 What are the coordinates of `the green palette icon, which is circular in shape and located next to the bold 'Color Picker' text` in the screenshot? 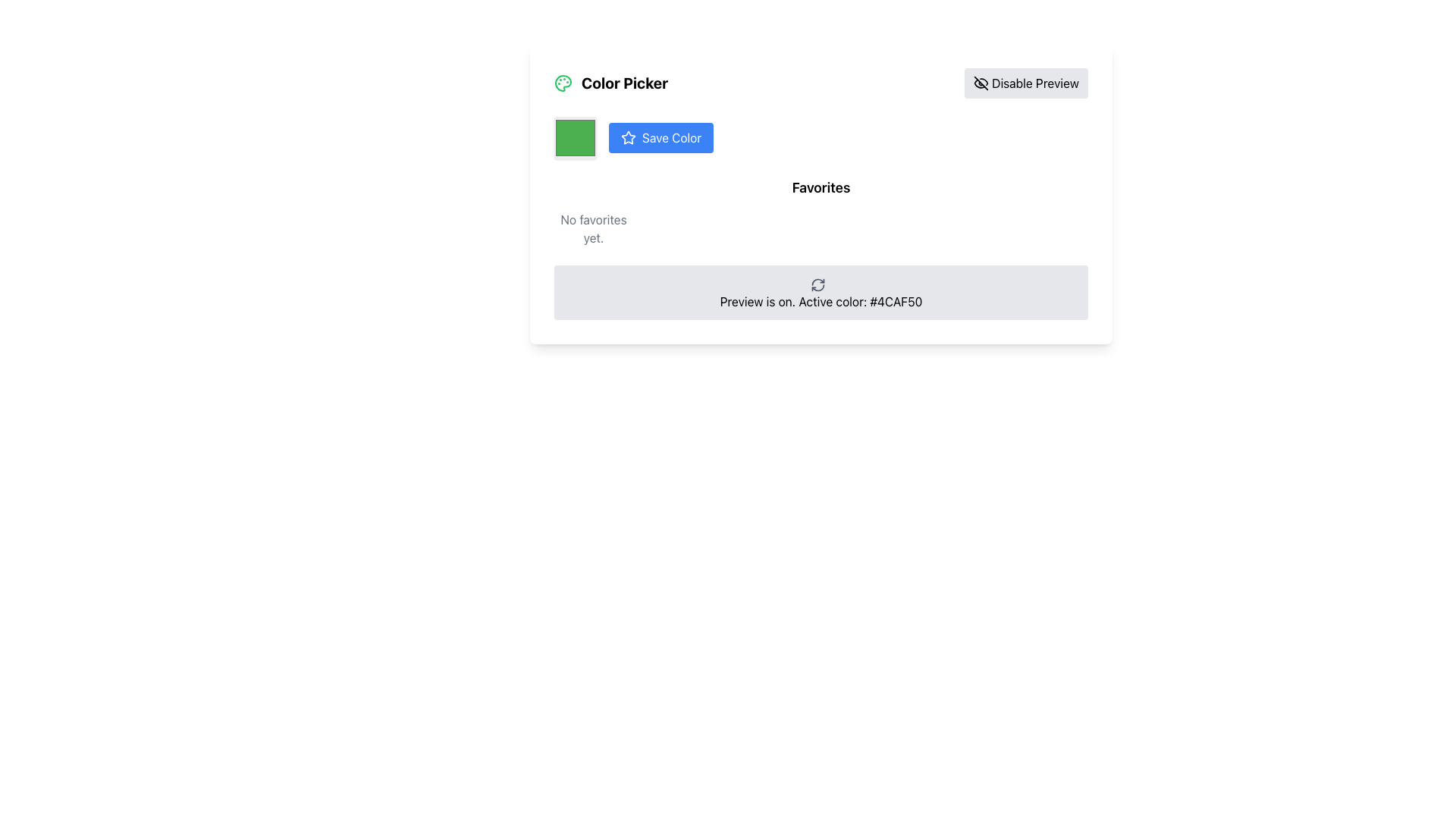 It's located at (563, 83).